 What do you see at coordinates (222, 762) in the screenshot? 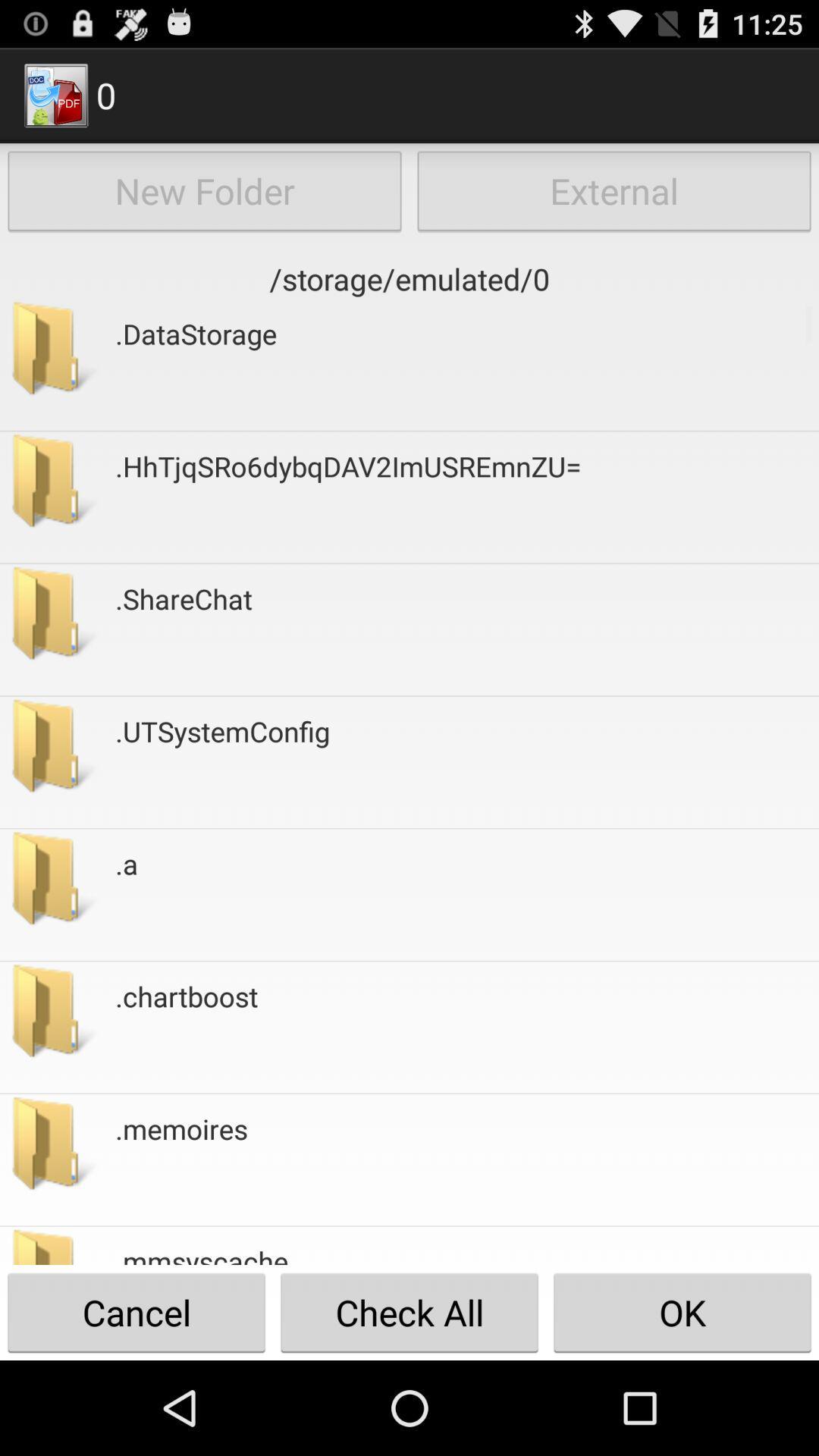
I see `the app below the .sharechat` at bounding box center [222, 762].